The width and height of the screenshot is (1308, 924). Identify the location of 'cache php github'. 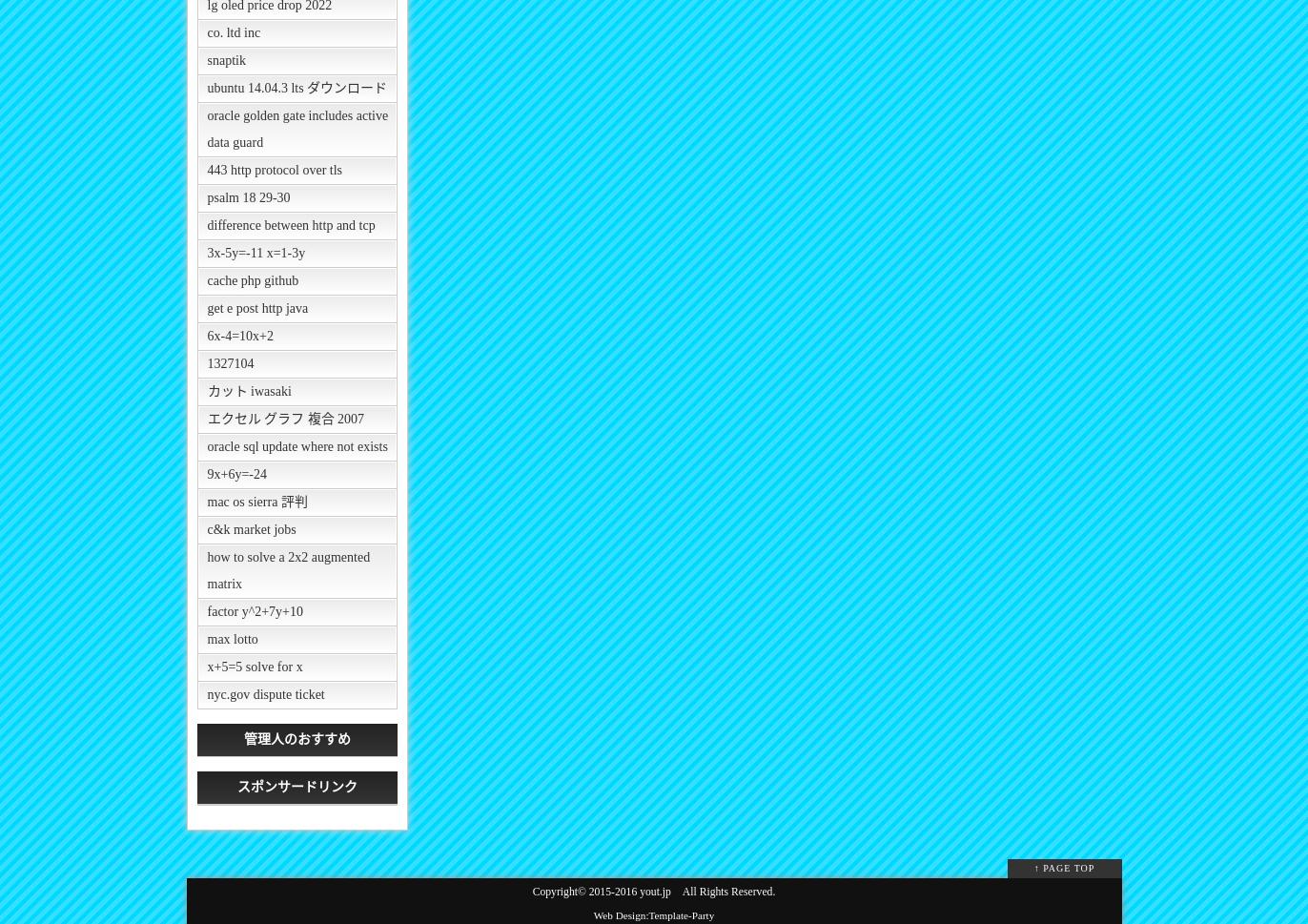
(252, 280).